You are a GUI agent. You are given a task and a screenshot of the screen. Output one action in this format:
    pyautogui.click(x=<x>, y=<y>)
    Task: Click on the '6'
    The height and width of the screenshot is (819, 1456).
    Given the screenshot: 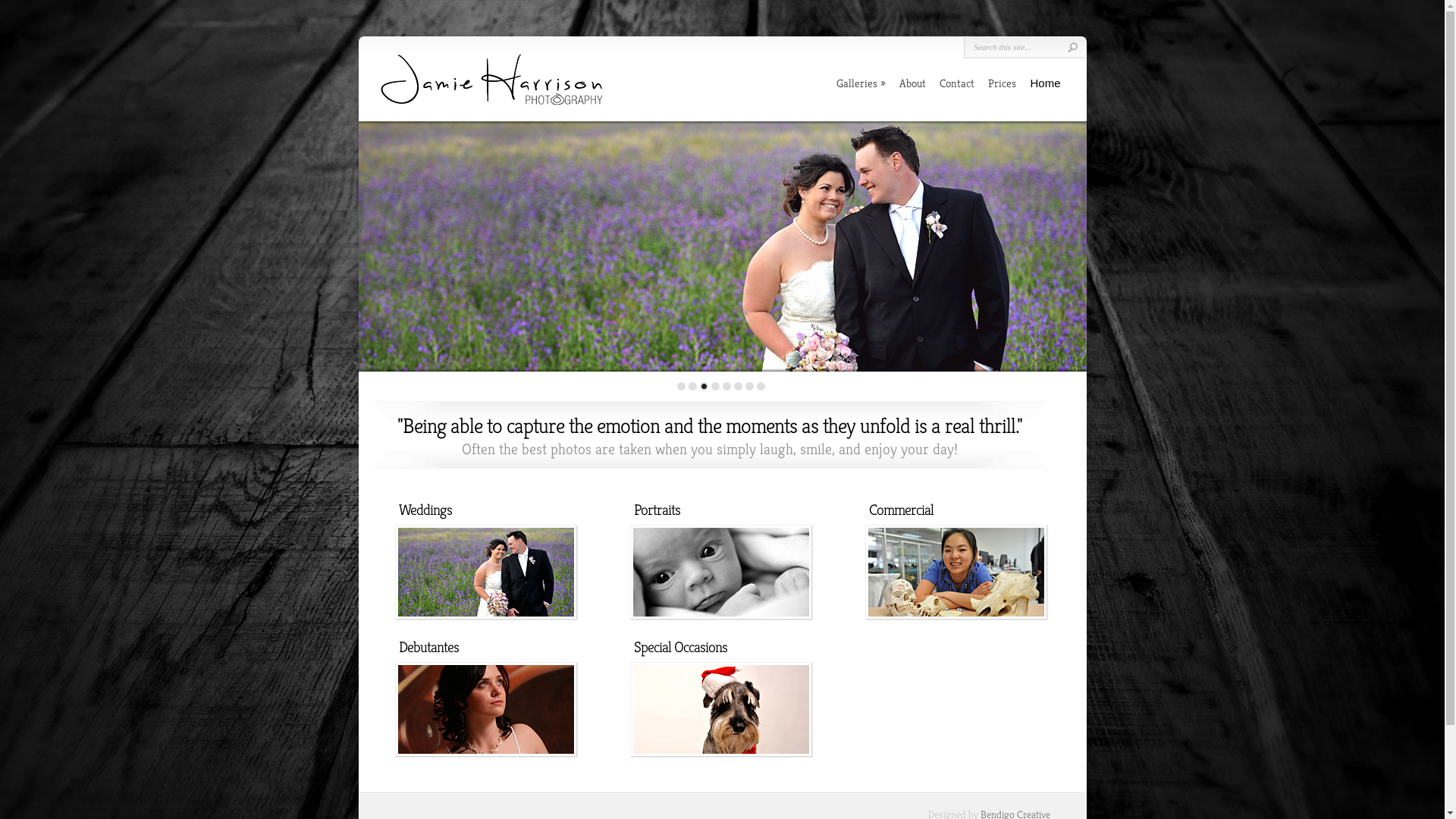 What is the action you would take?
    pyautogui.click(x=738, y=385)
    